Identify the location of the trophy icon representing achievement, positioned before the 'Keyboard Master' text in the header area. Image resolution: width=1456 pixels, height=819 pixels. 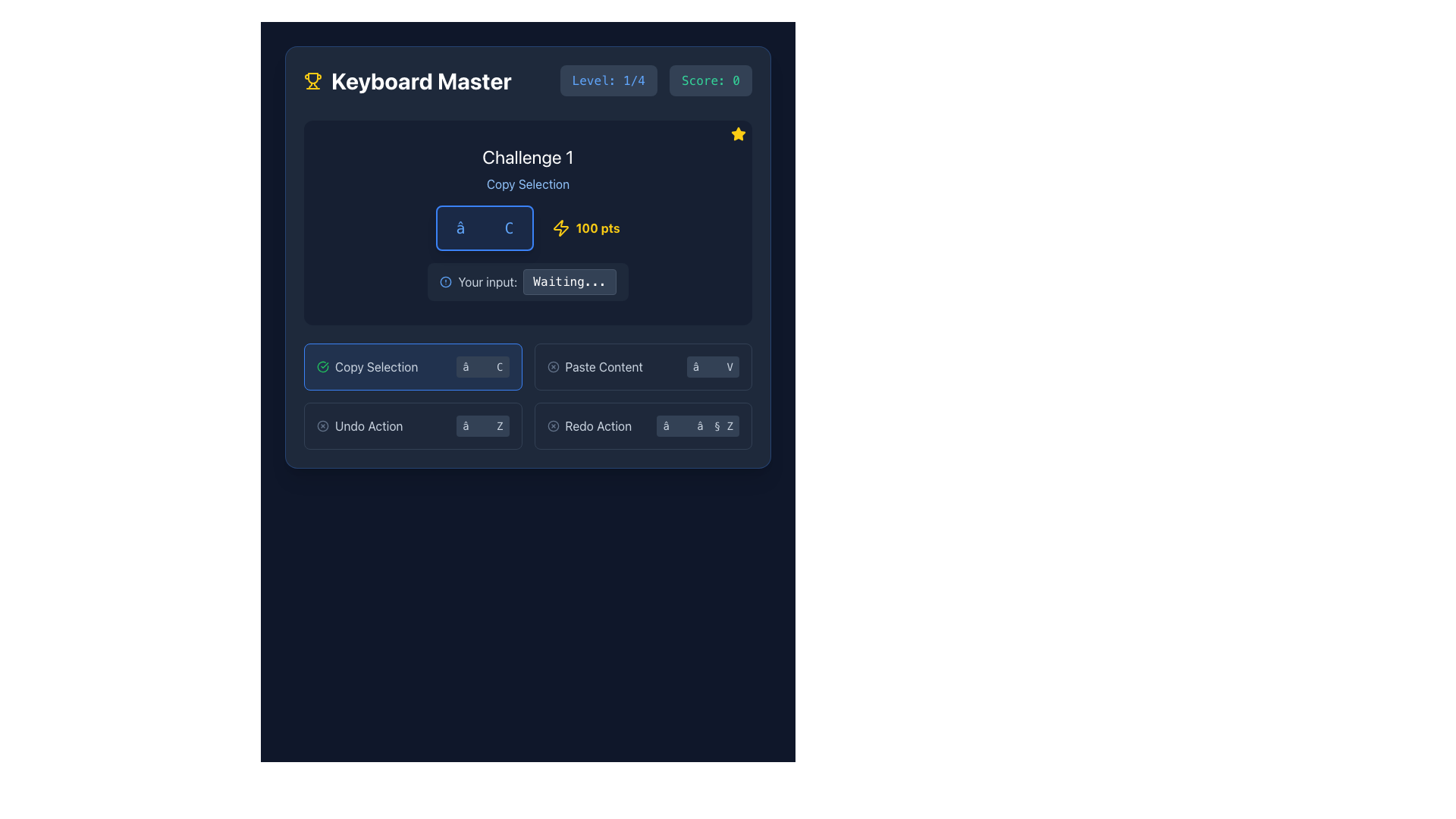
(312, 80).